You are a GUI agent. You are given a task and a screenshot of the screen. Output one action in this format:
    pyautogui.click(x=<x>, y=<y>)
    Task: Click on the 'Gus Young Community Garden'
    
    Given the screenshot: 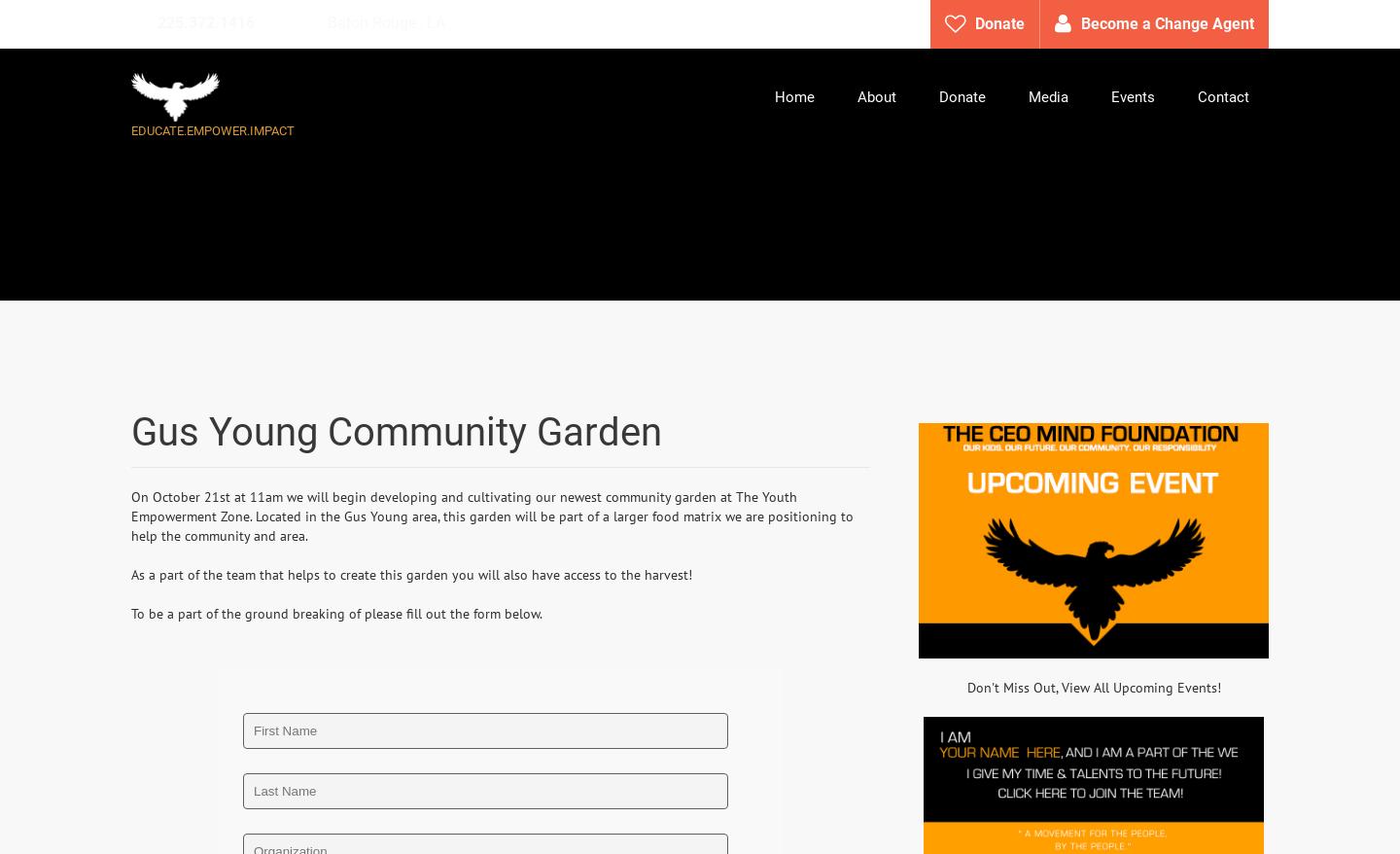 What is the action you would take?
    pyautogui.click(x=395, y=431)
    